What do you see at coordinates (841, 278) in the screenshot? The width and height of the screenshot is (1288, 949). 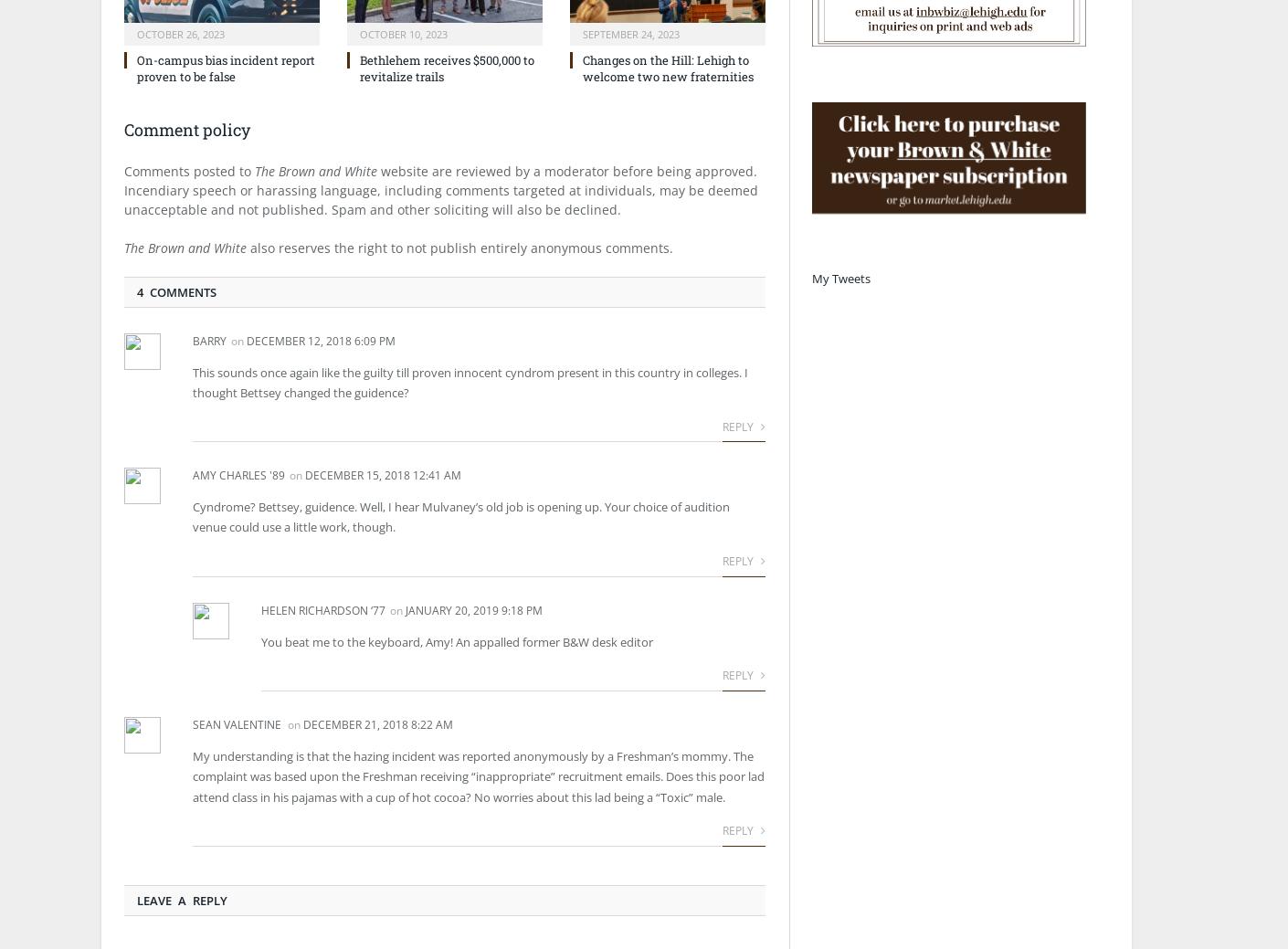 I see `'My Tweets'` at bounding box center [841, 278].